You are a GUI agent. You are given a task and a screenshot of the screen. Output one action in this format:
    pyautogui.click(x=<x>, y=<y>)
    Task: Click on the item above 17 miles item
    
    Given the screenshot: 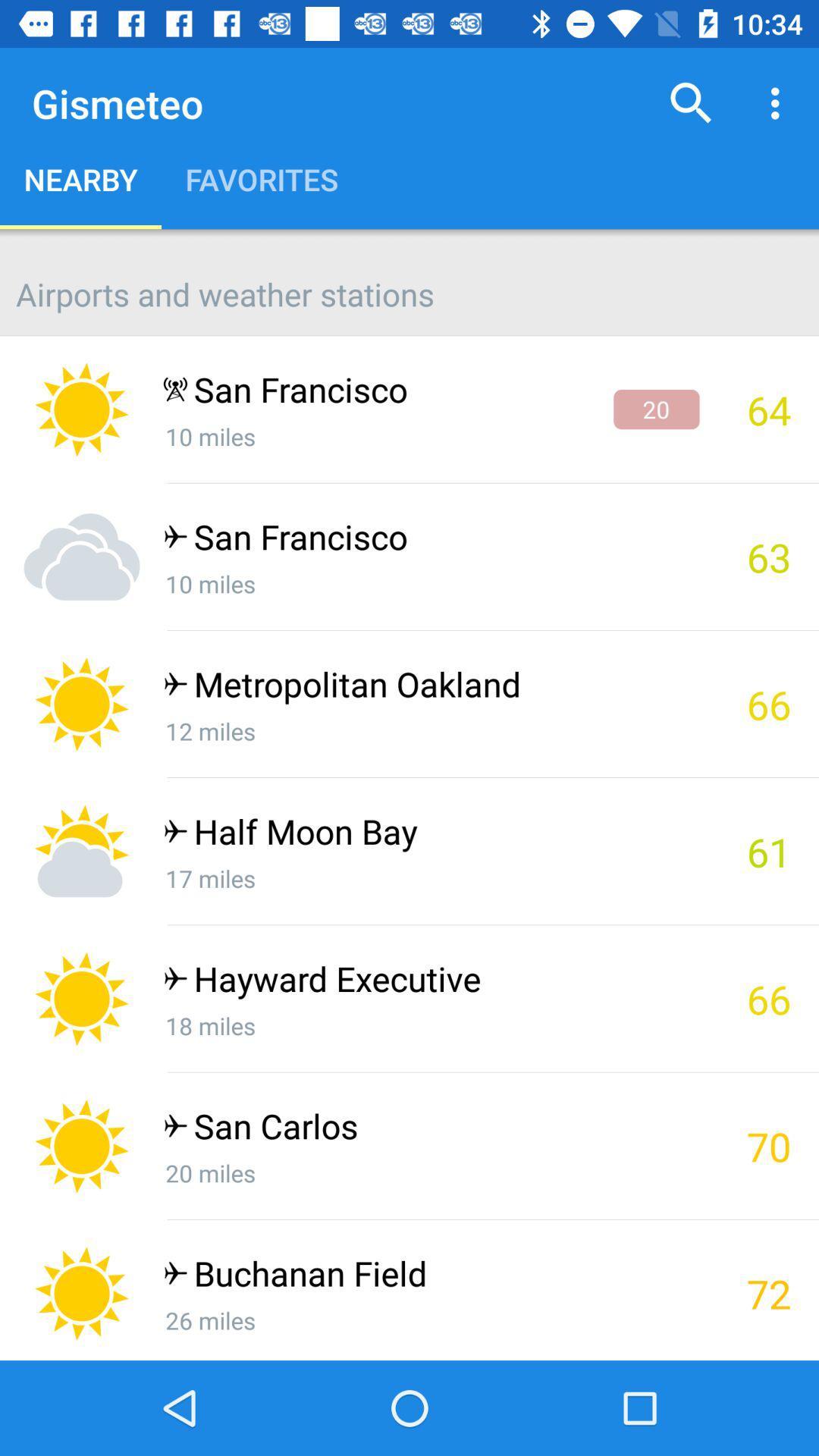 What is the action you would take?
    pyautogui.click(x=431, y=834)
    